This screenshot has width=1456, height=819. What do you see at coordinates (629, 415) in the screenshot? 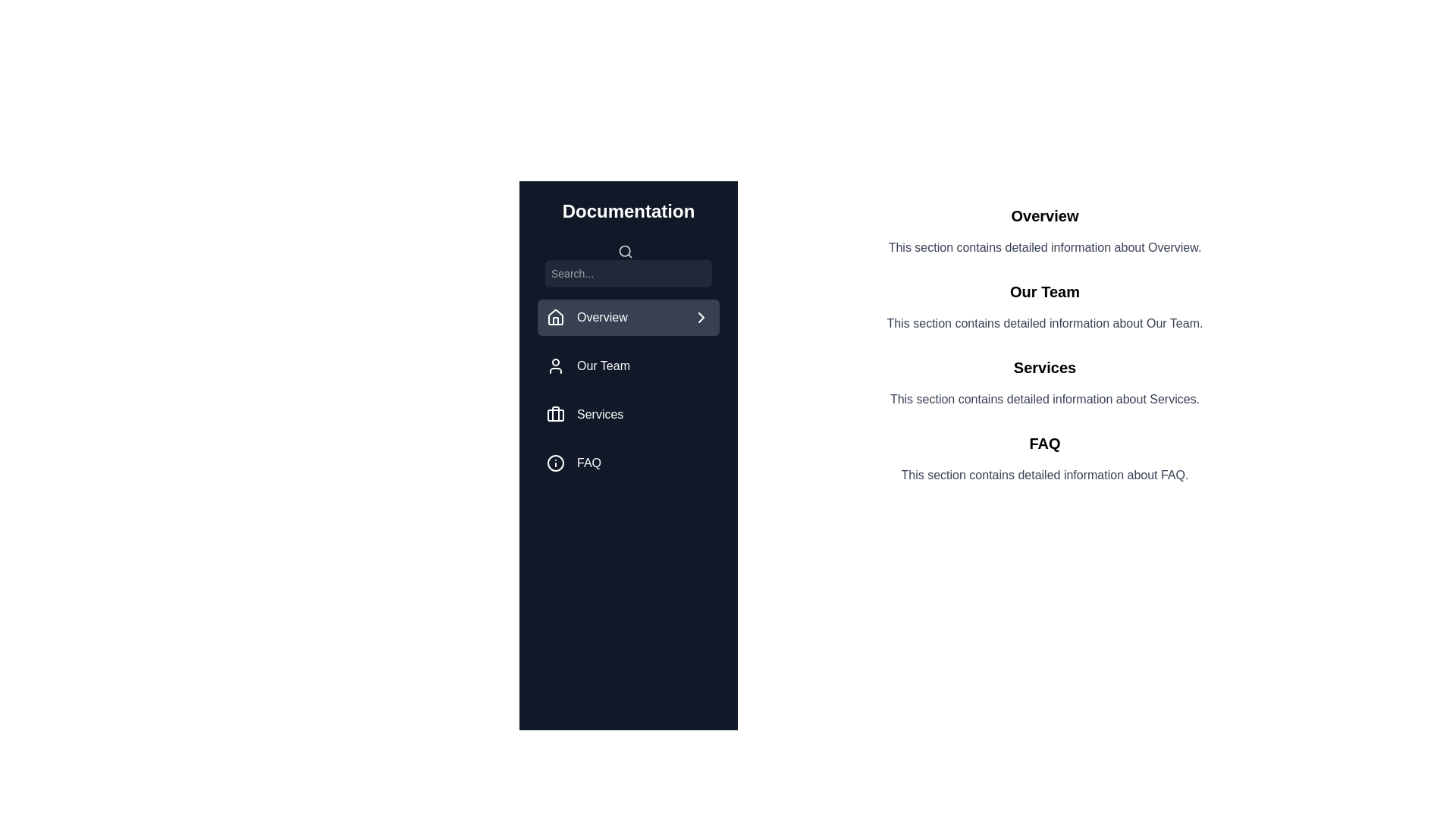
I see `the 'Services' button in the sidebar menu` at bounding box center [629, 415].